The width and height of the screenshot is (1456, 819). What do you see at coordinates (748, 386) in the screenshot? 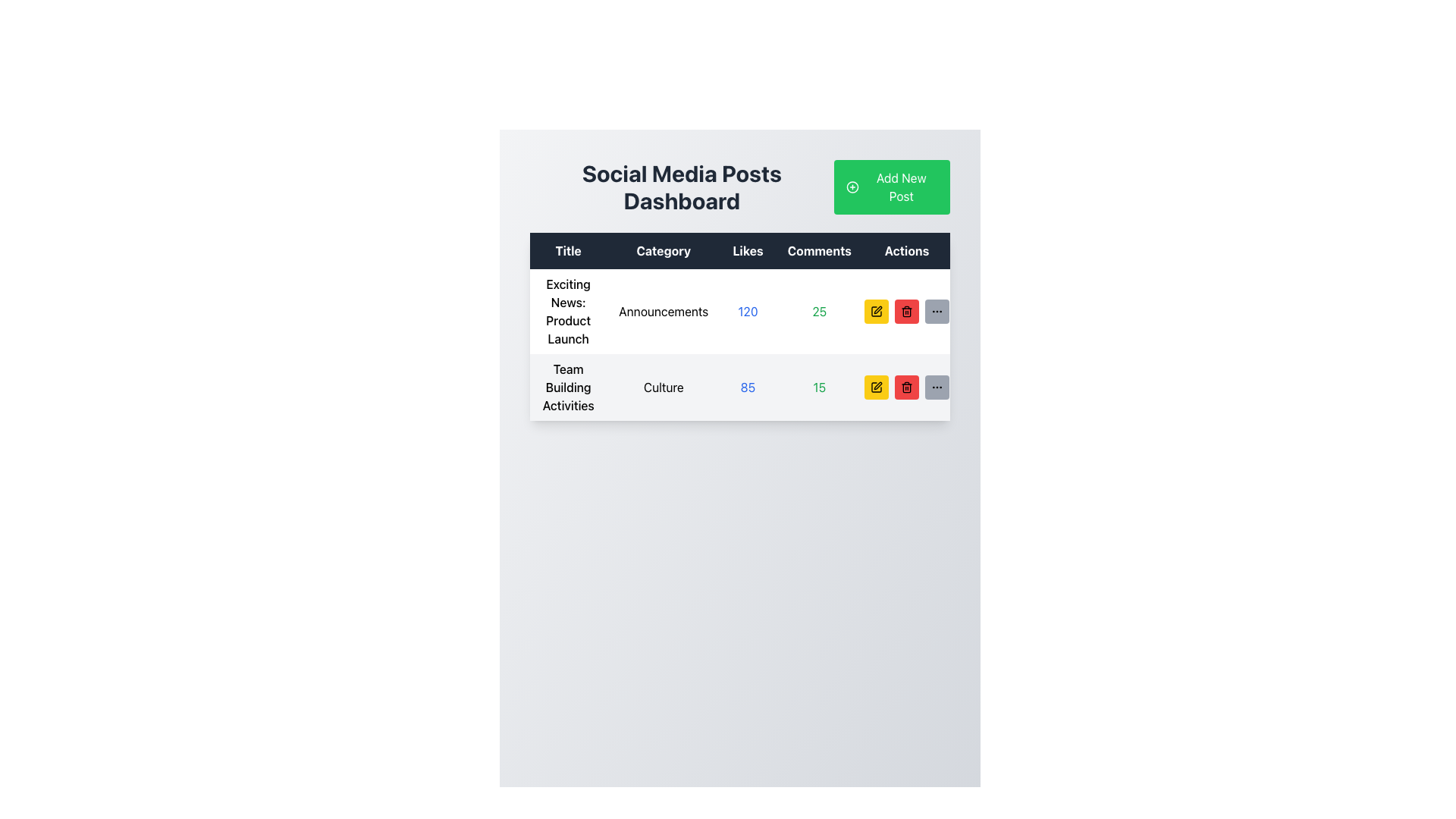
I see `numeric value '85' displayed in blue text within the third column of the 'Team Building Activities' row in the data table` at bounding box center [748, 386].